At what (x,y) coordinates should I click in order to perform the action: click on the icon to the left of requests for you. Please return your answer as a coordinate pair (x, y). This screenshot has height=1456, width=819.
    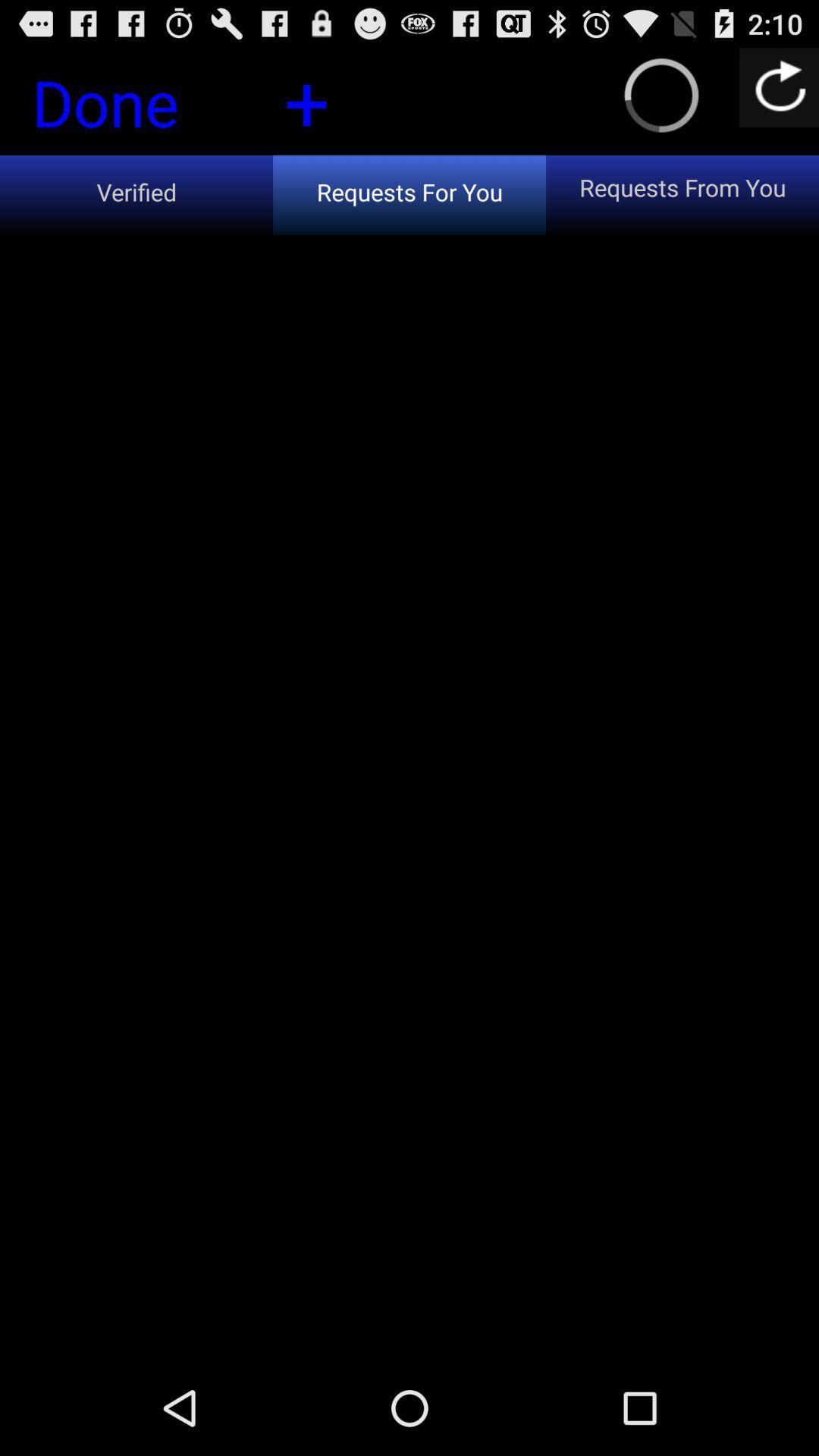
    Looking at the image, I should click on (136, 194).